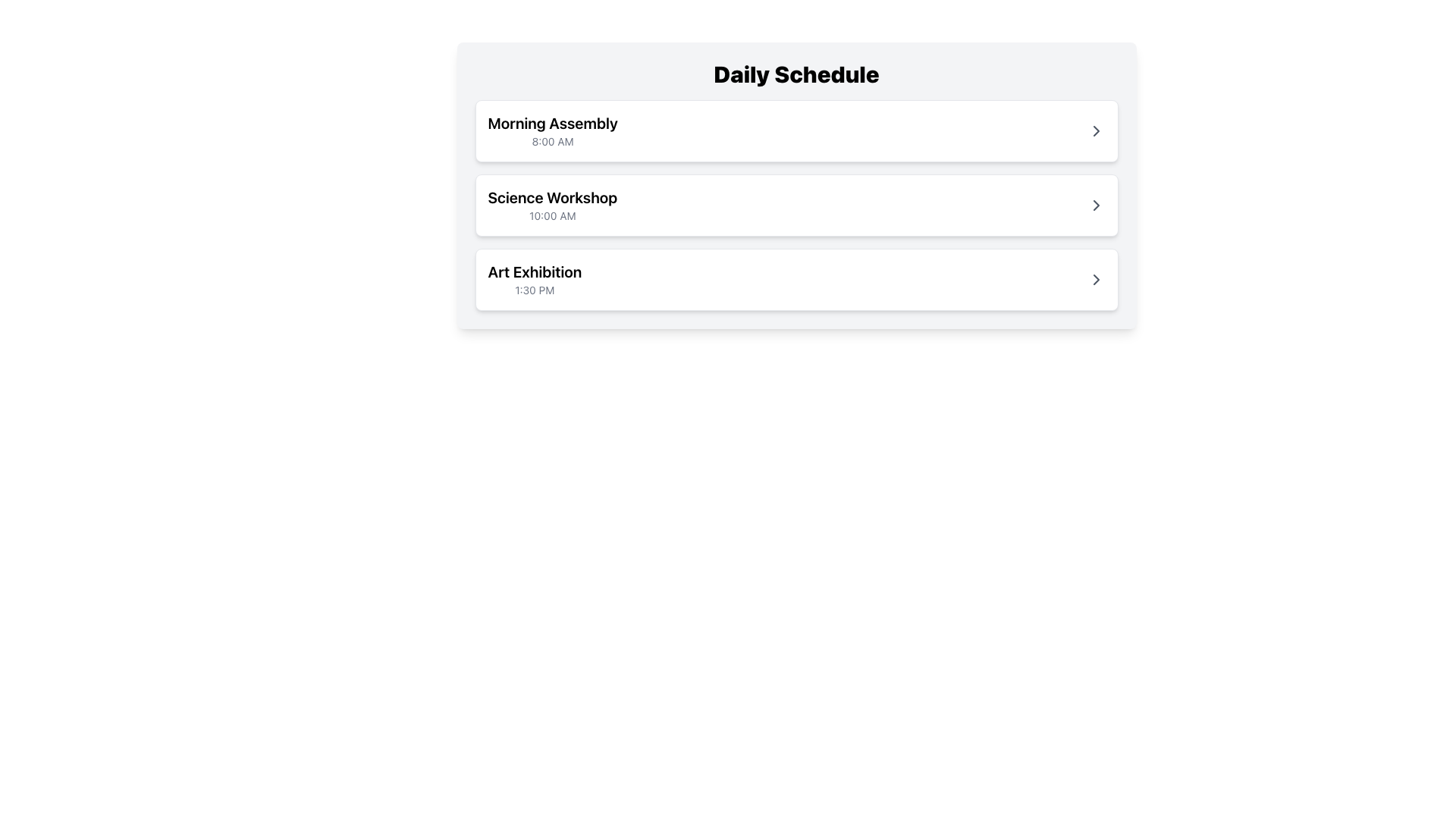 The image size is (1456, 819). I want to click on the scheduled event list item labeled 'Science Workshop' at 10:00 AM, which is located in the middle section of the 'Daily Schedule', so click(795, 205).